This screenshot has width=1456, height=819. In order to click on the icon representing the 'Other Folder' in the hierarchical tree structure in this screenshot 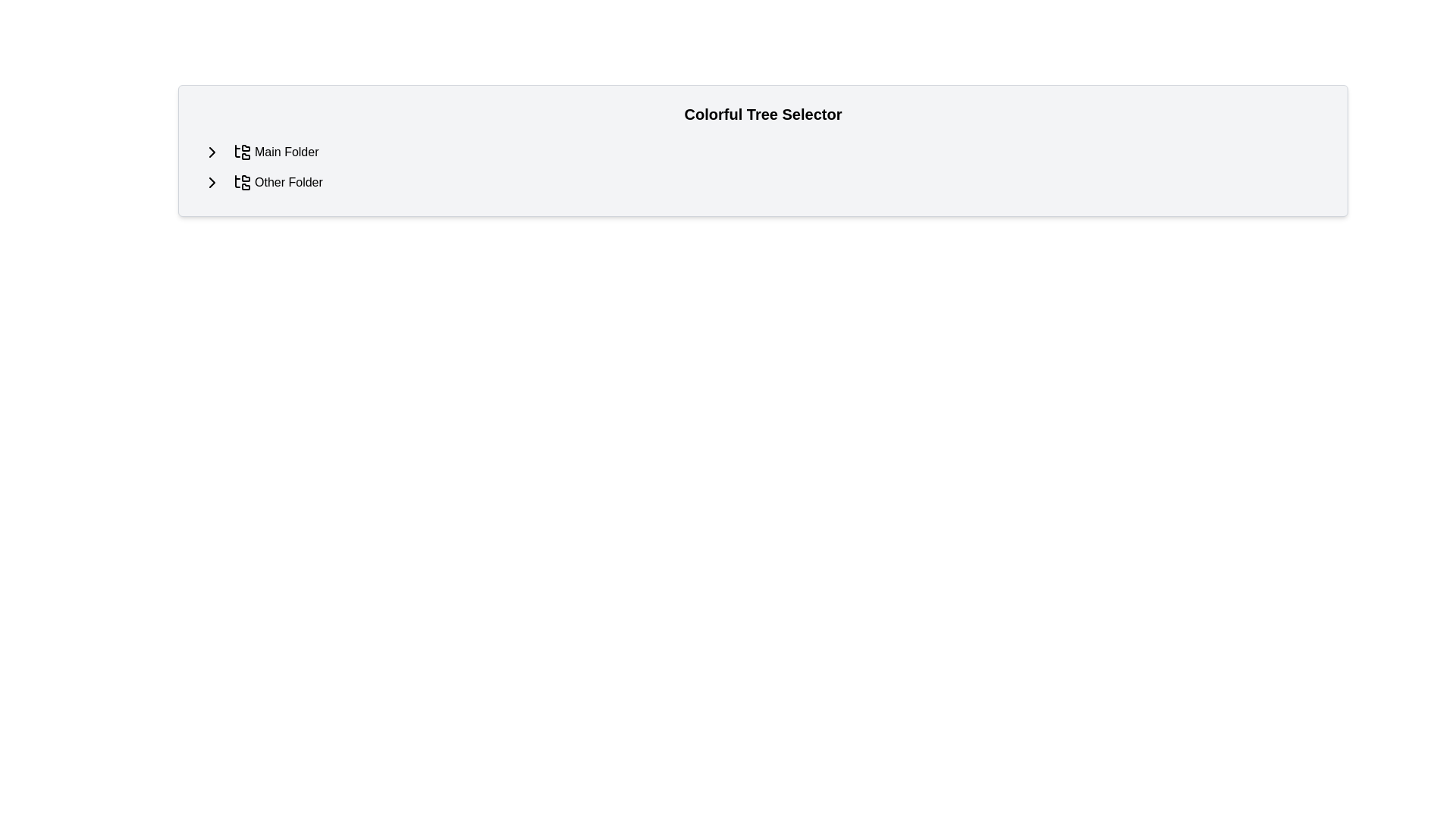, I will do `click(243, 181)`.